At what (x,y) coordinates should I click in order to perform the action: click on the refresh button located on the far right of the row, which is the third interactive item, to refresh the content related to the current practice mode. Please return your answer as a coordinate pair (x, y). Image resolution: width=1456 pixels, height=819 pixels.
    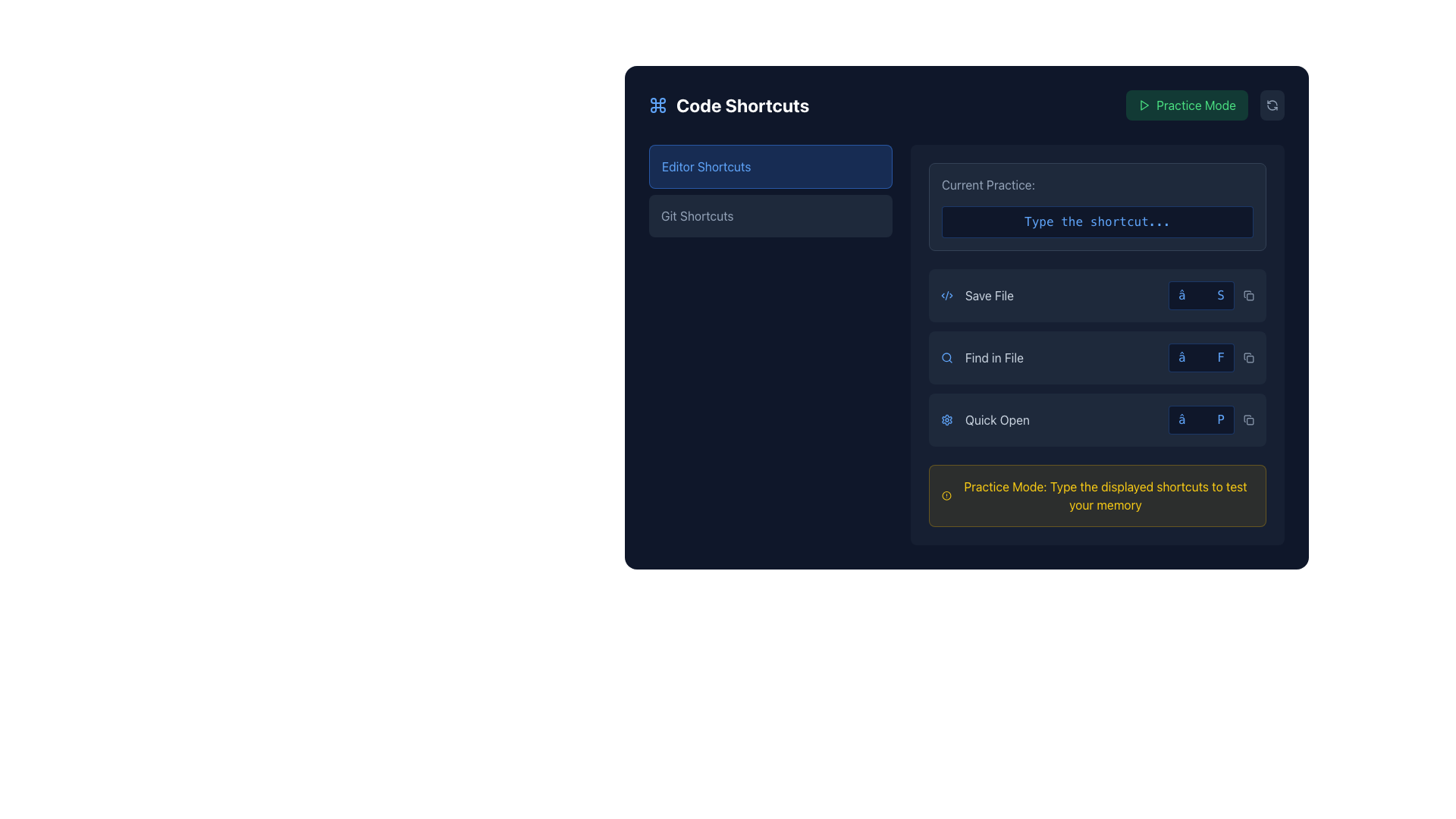
    Looking at the image, I should click on (1272, 104).